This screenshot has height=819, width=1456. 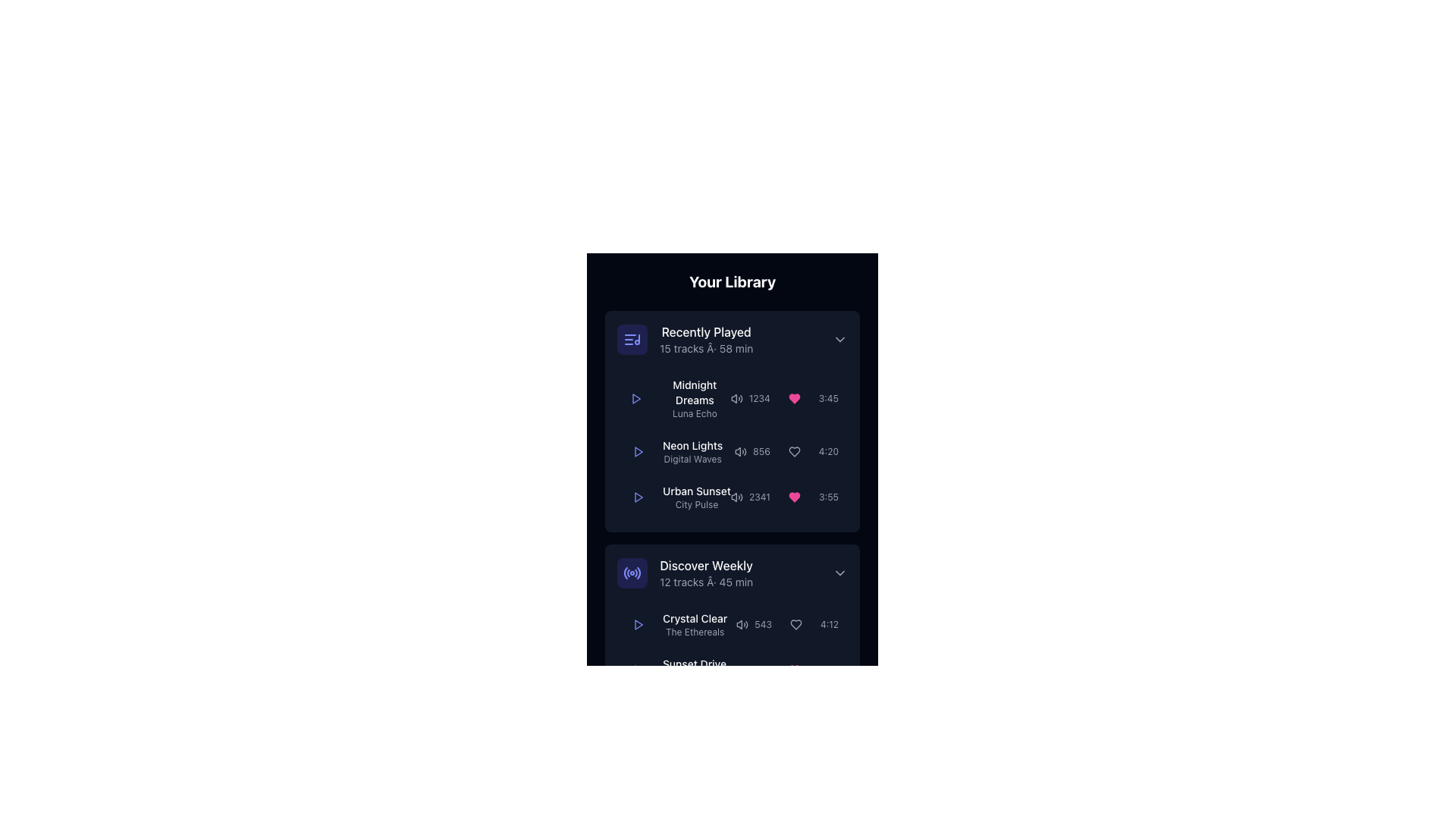 I want to click on the small circular button with a triangular play icon styled in faint indigo color, so click(x=638, y=625).